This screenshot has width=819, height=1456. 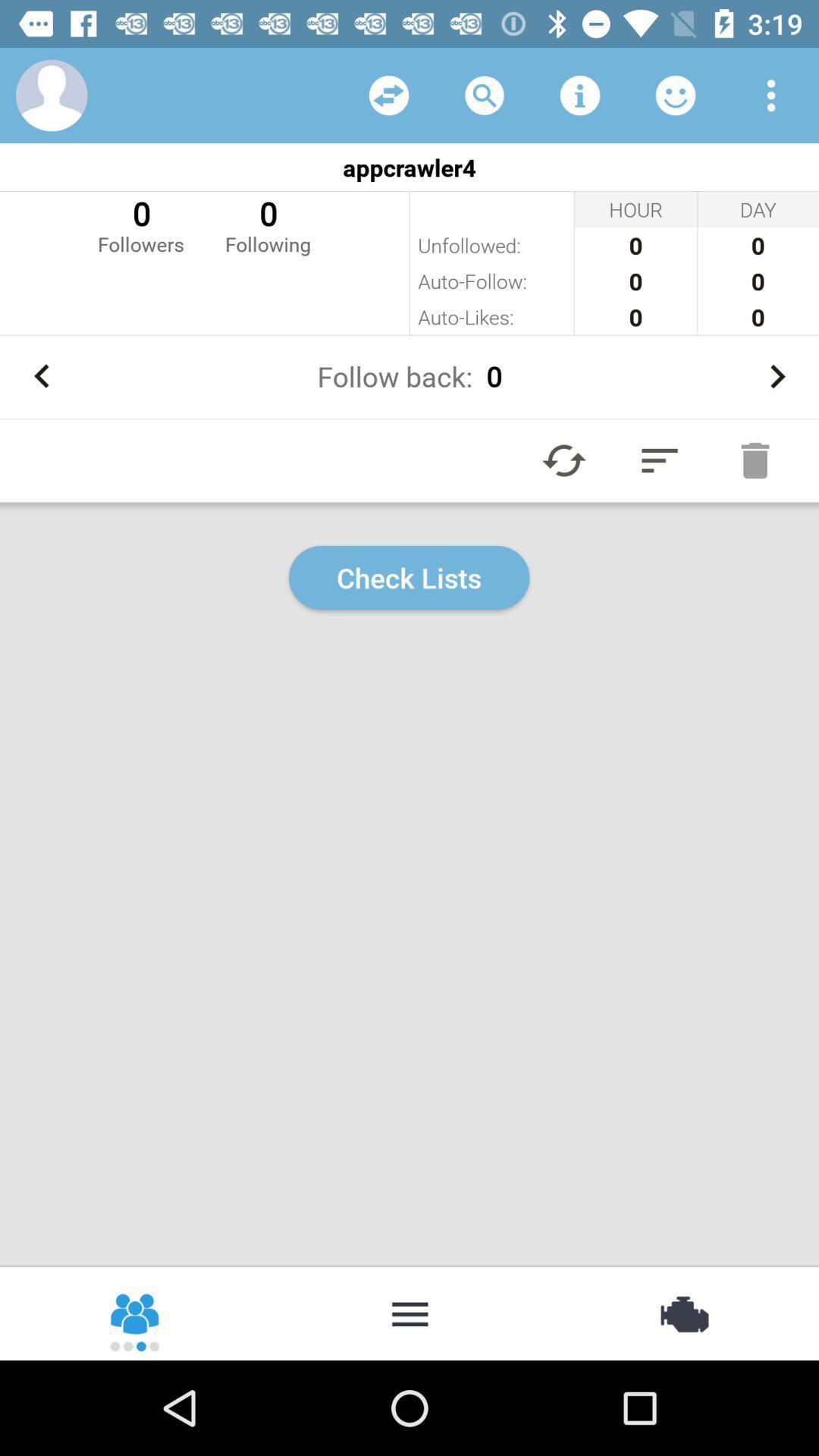 What do you see at coordinates (777, 376) in the screenshot?
I see `advance to next page` at bounding box center [777, 376].